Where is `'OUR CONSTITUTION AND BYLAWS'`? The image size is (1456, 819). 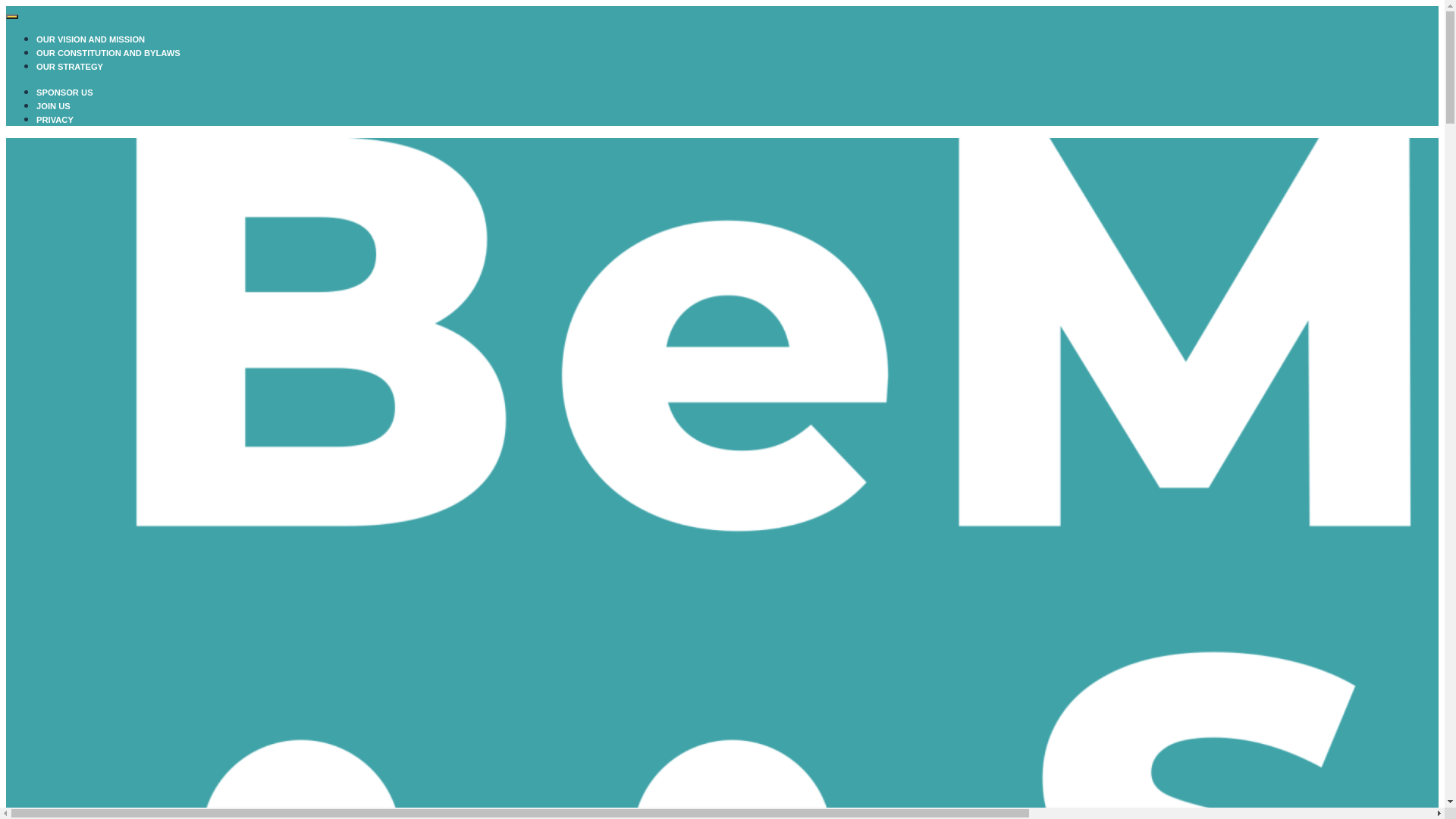
'OUR CONSTITUTION AND BYLAWS' is located at coordinates (108, 52).